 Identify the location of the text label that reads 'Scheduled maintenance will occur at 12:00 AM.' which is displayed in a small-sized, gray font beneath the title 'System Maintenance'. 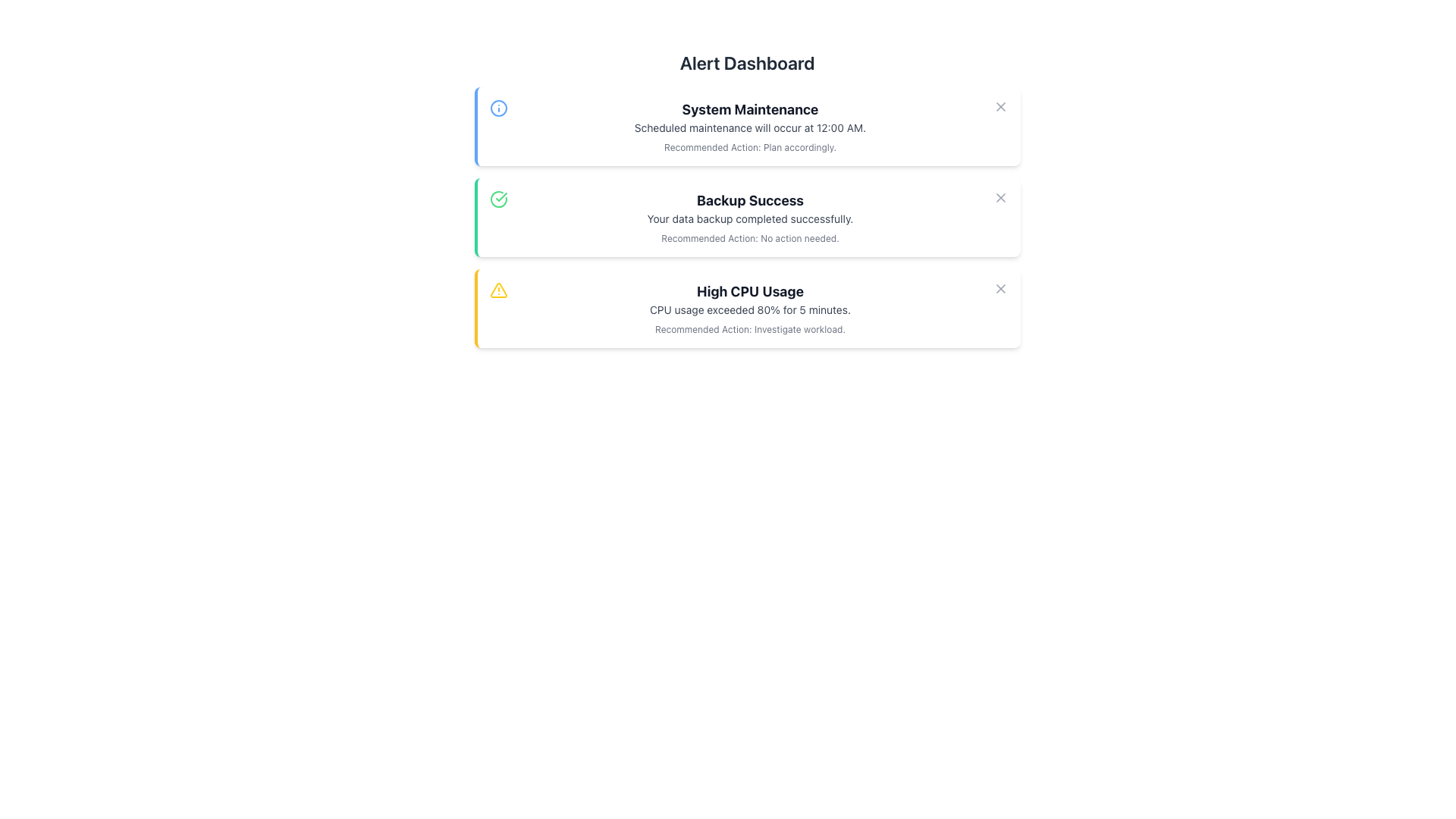
(750, 127).